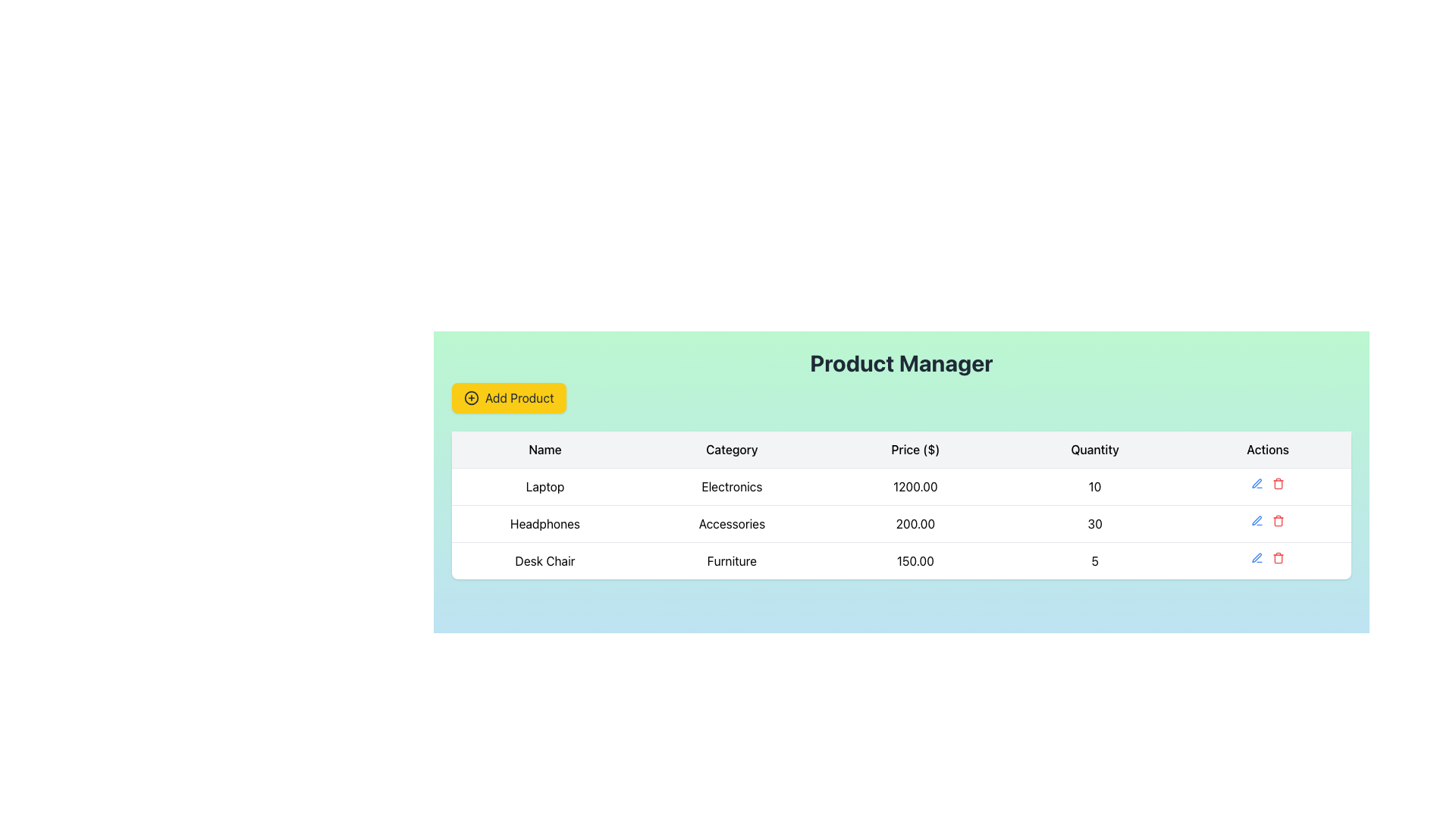 This screenshot has width=1456, height=819. Describe the element at coordinates (1278, 558) in the screenshot. I see `the delete icon button located in the action column of the last row in the table` at that location.